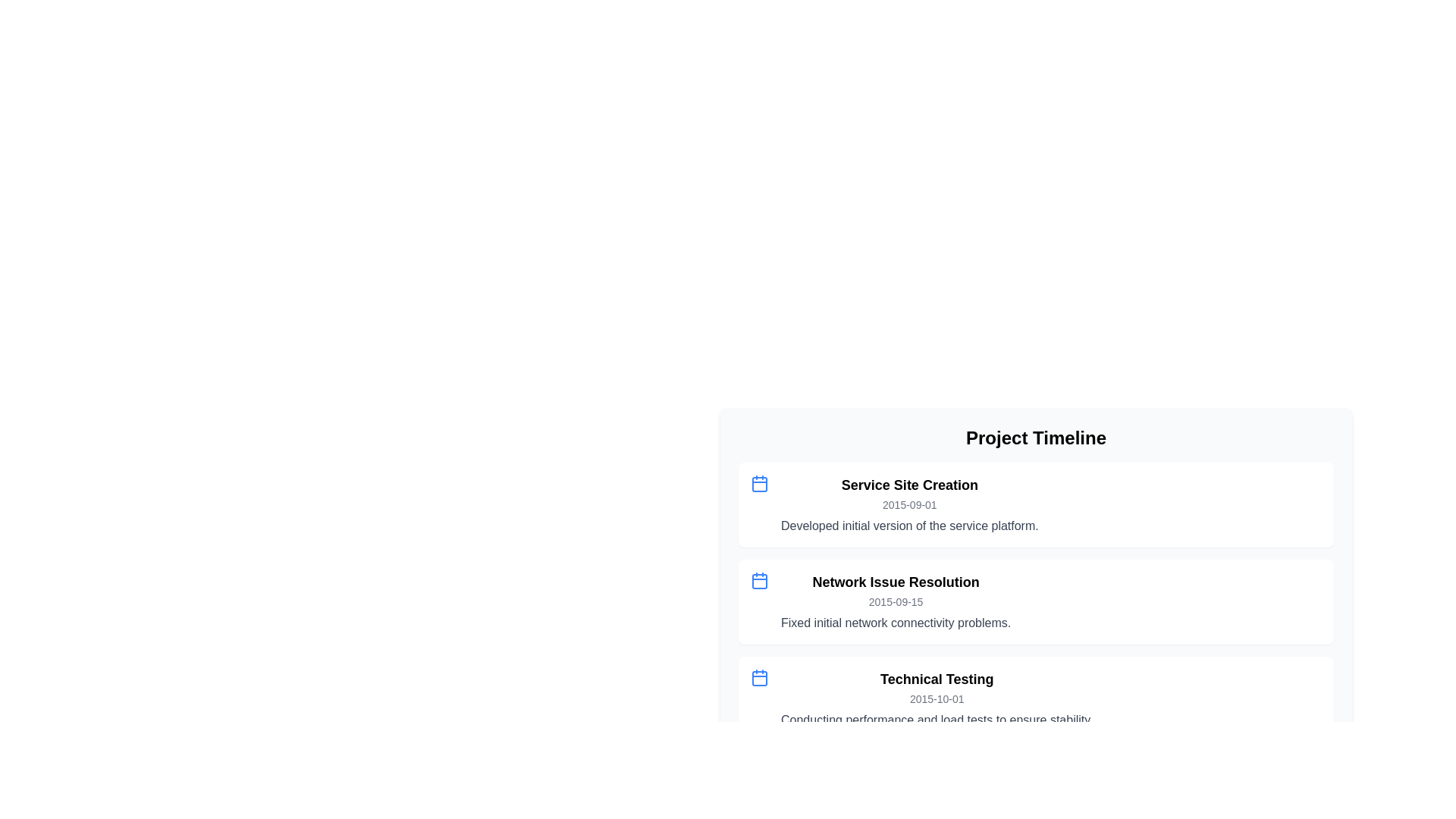 Image resolution: width=1456 pixels, height=819 pixels. Describe the element at coordinates (936, 719) in the screenshot. I see `text label displaying 'Conducting performance and load tests to ensure stability.' located under the 'Technical Testing' section in the 'Project Timeline' interface` at that location.